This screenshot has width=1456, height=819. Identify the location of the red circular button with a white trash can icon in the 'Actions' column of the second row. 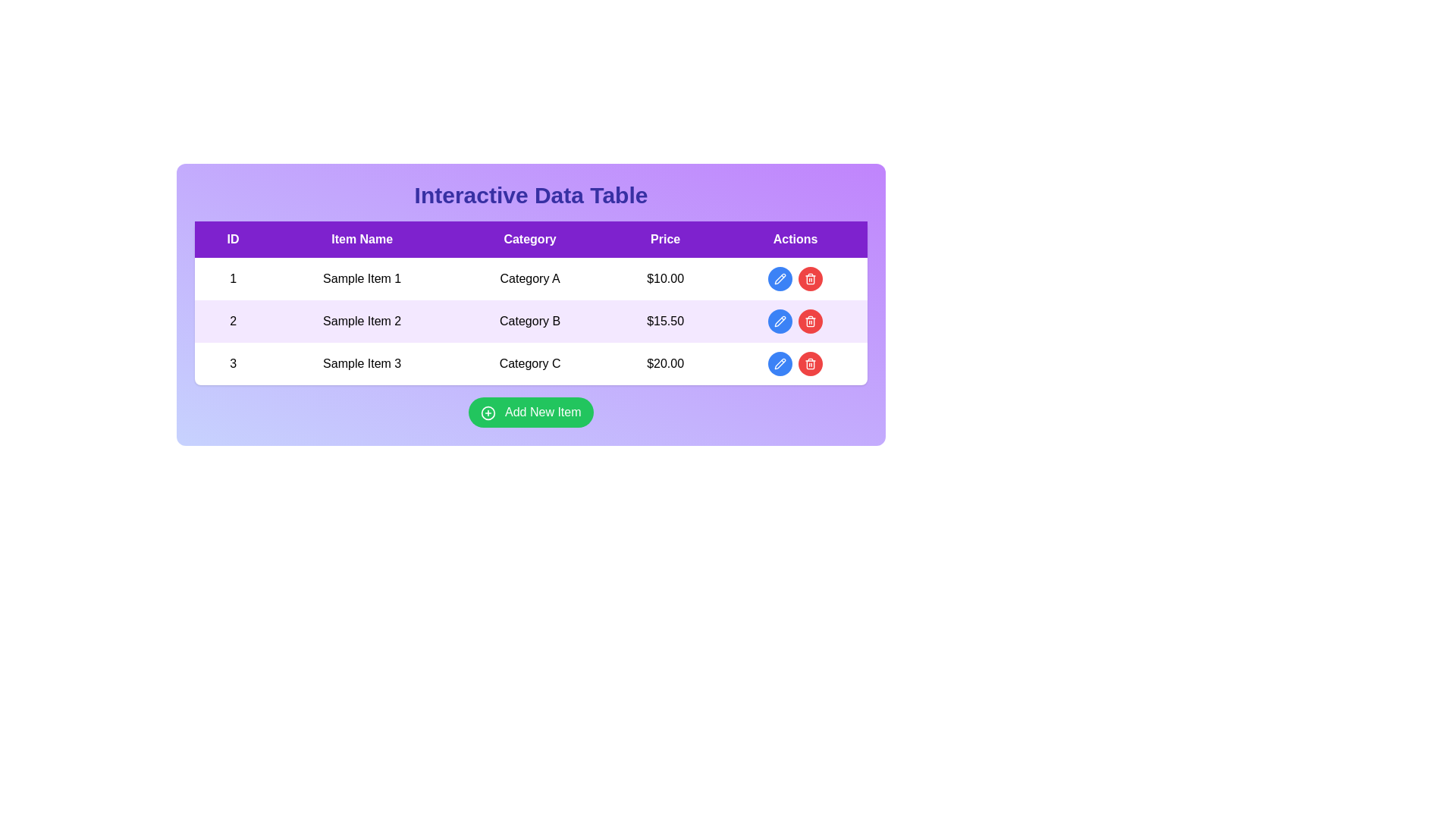
(810, 321).